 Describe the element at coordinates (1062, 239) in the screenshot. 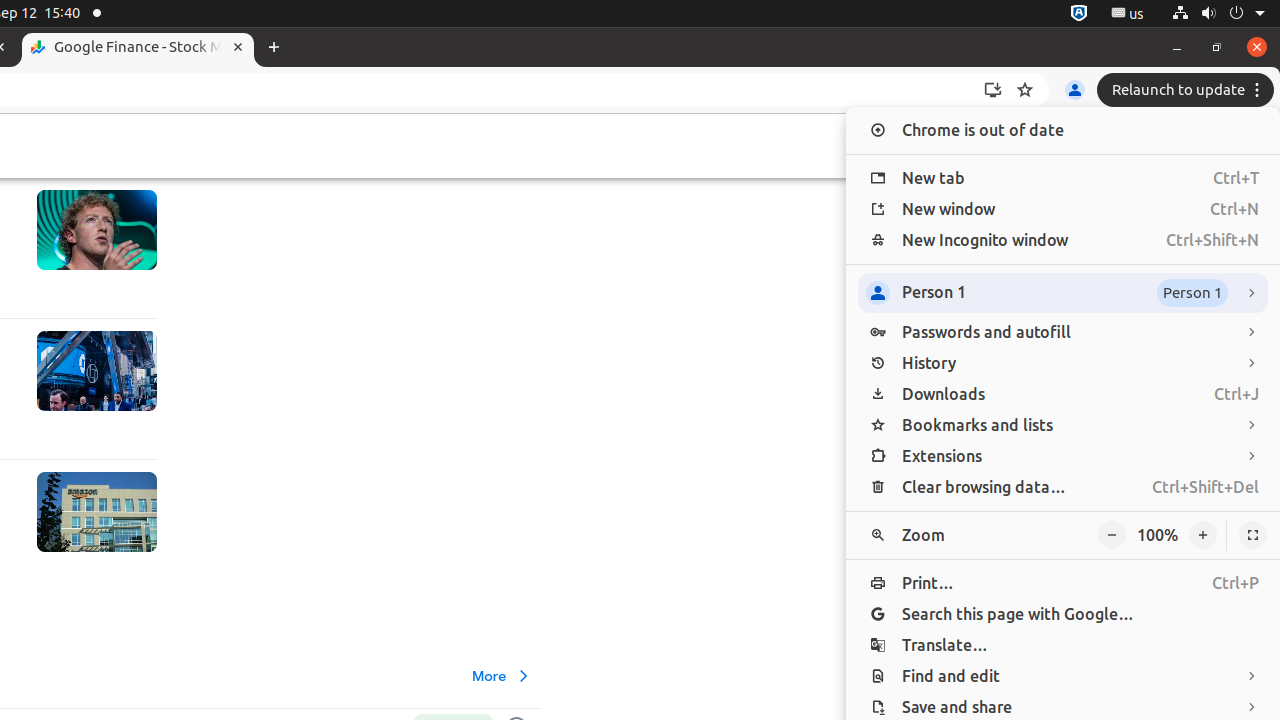

I see `'New Incognito window Ctrl+Shift+N'` at that location.